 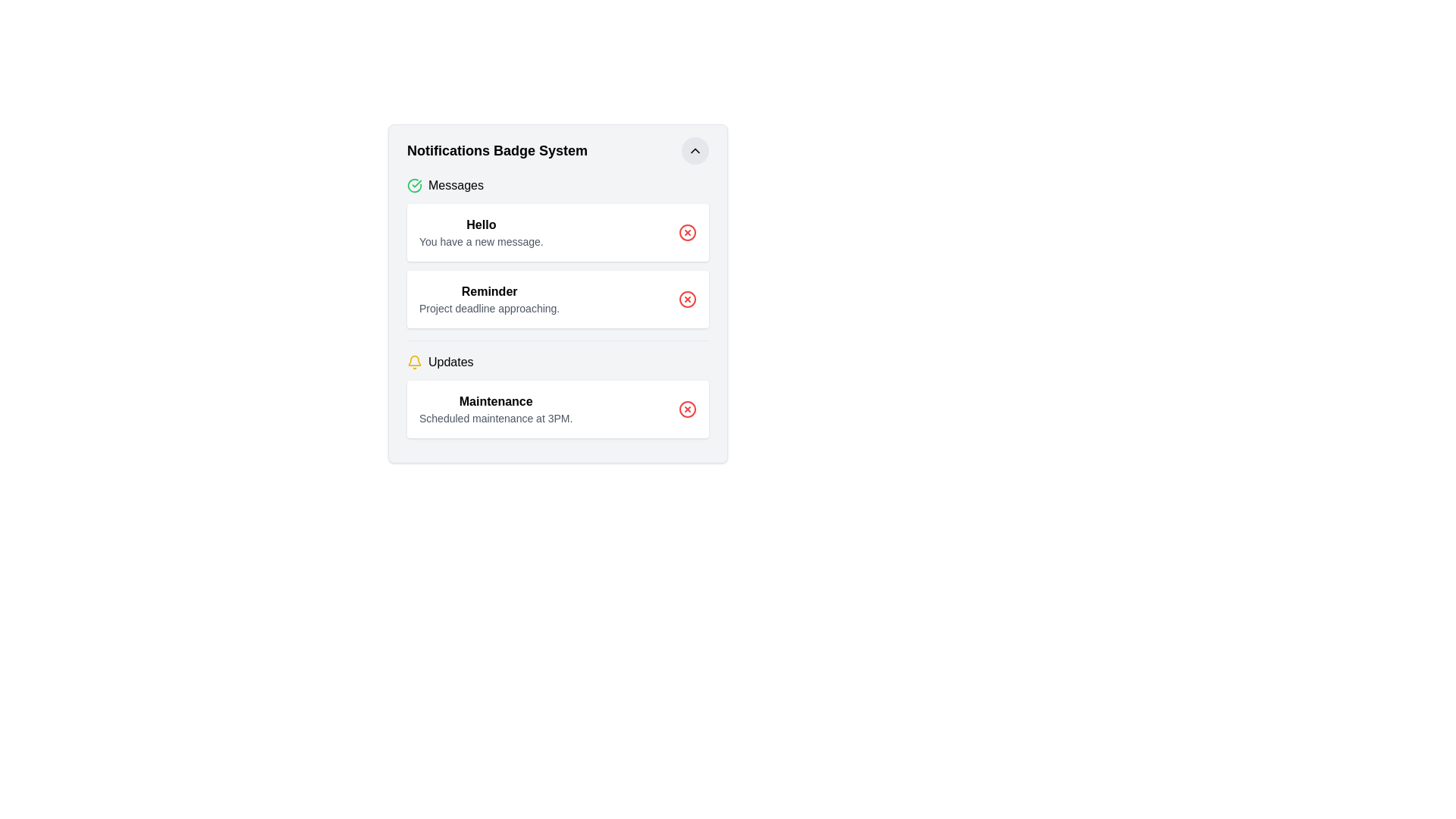 I want to click on informational text displayed in the middle section of the card within the 'Messages' category of the Notification Badge System interface, so click(x=480, y=233).